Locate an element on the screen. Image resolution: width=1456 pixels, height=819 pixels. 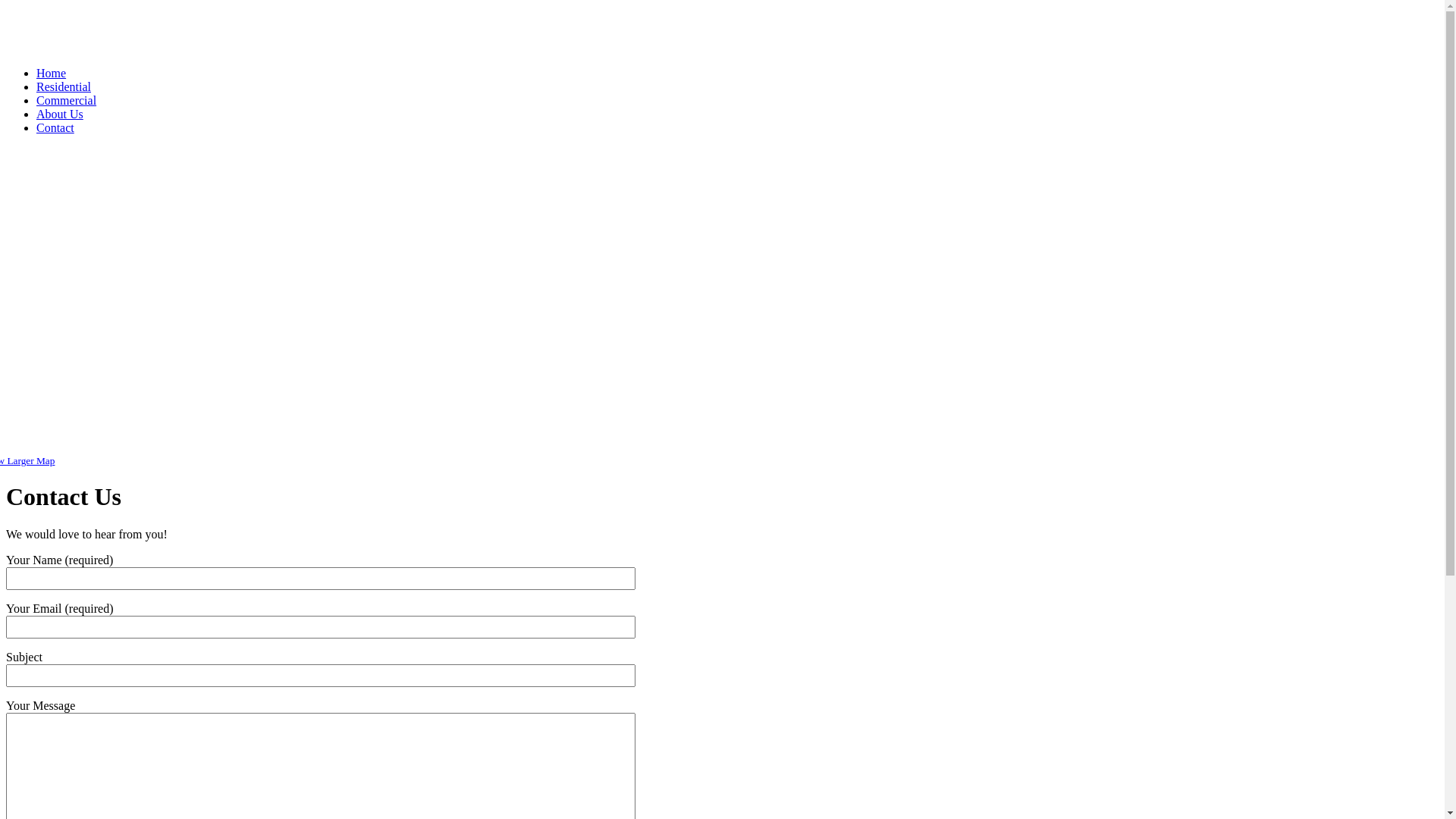
'Contact' is located at coordinates (55, 127).